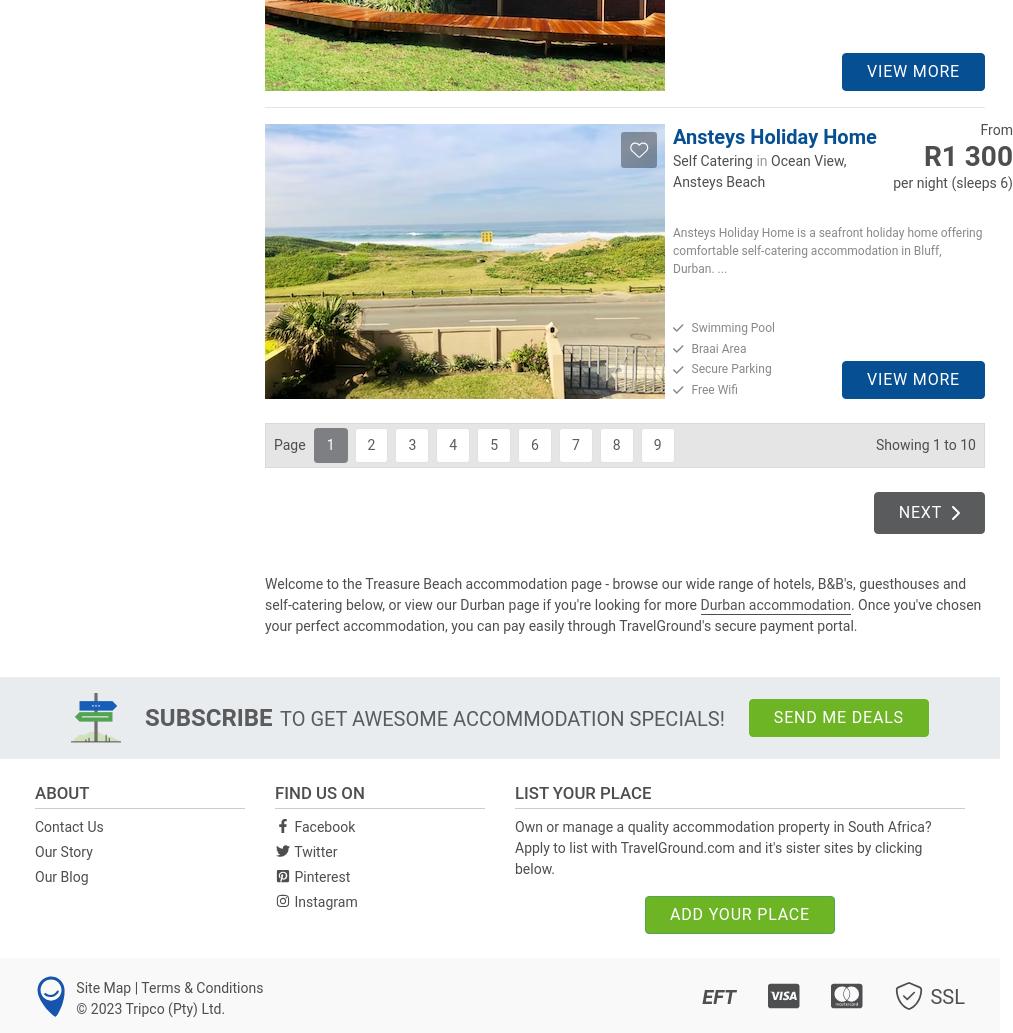  What do you see at coordinates (719, 179) in the screenshot?
I see `'Ansteys Beach'` at bounding box center [719, 179].